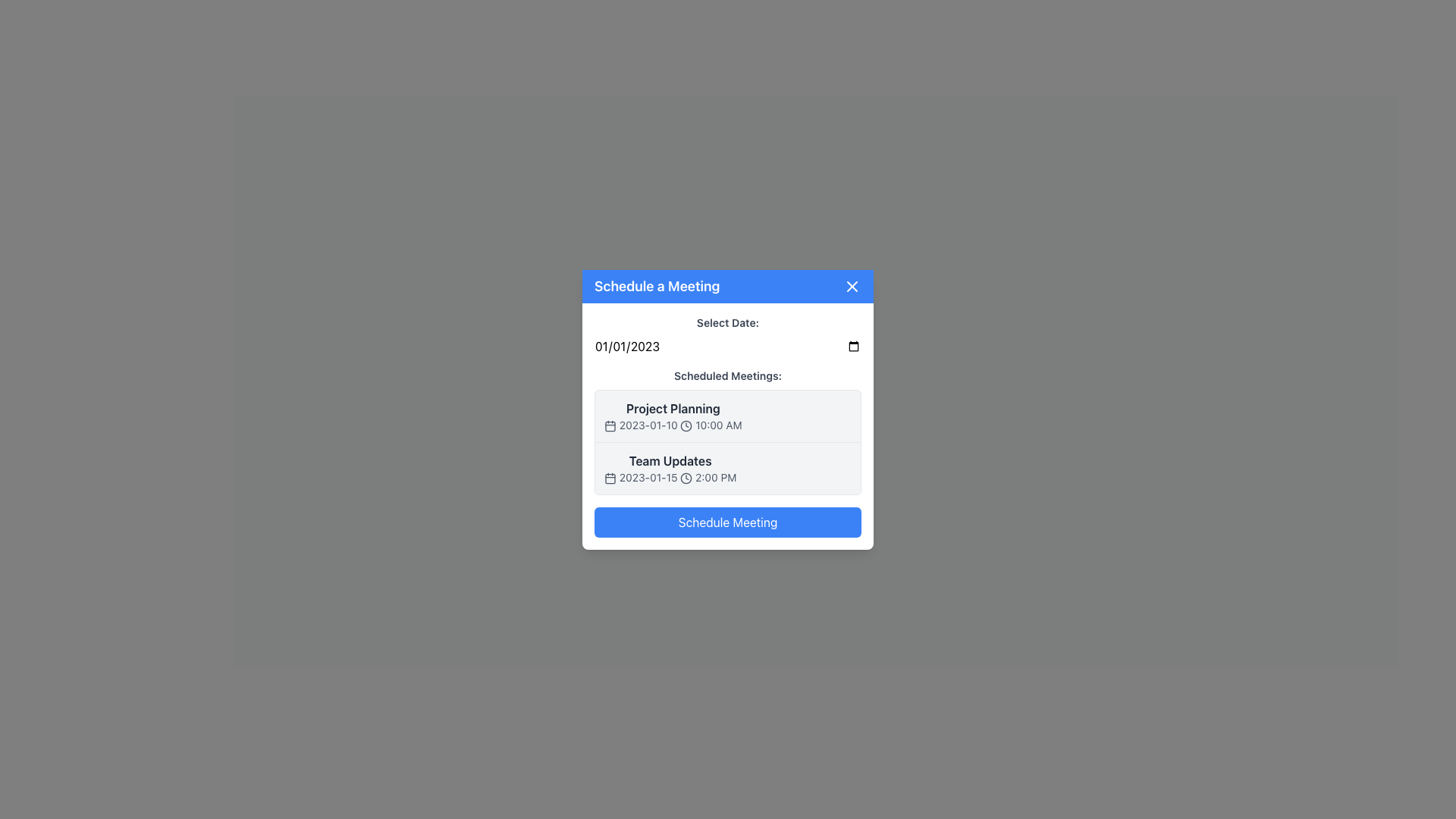  What do you see at coordinates (686, 425) in the screenshot?
I see `properties of the clock icon located next to '10:00 AM' in the 'Project Planning' row under 'Scheduled Meetings'` at bounding box center [686, 425].